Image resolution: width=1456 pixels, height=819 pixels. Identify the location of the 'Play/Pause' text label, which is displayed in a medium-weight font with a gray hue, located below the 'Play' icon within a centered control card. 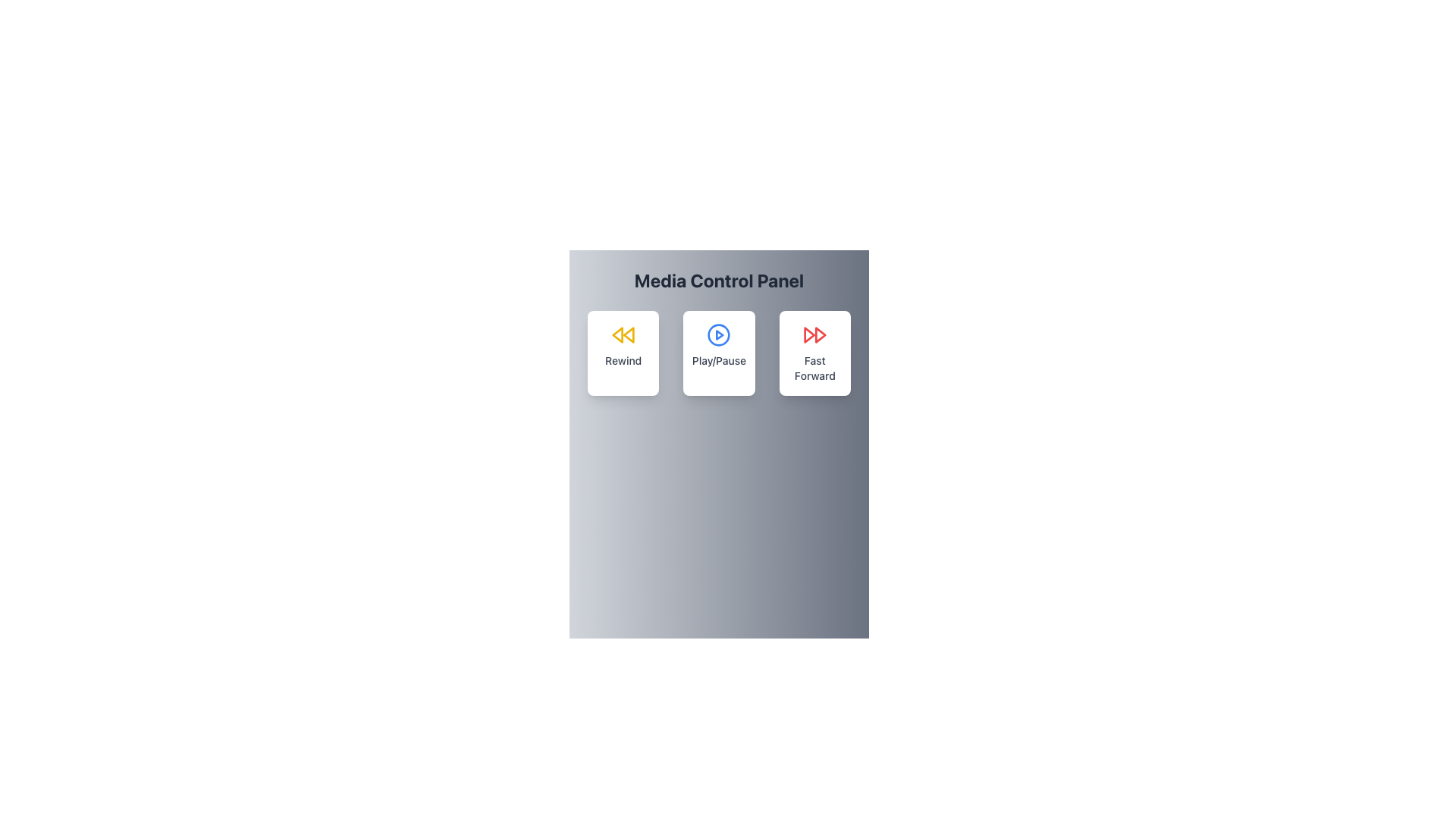
(718, 360).